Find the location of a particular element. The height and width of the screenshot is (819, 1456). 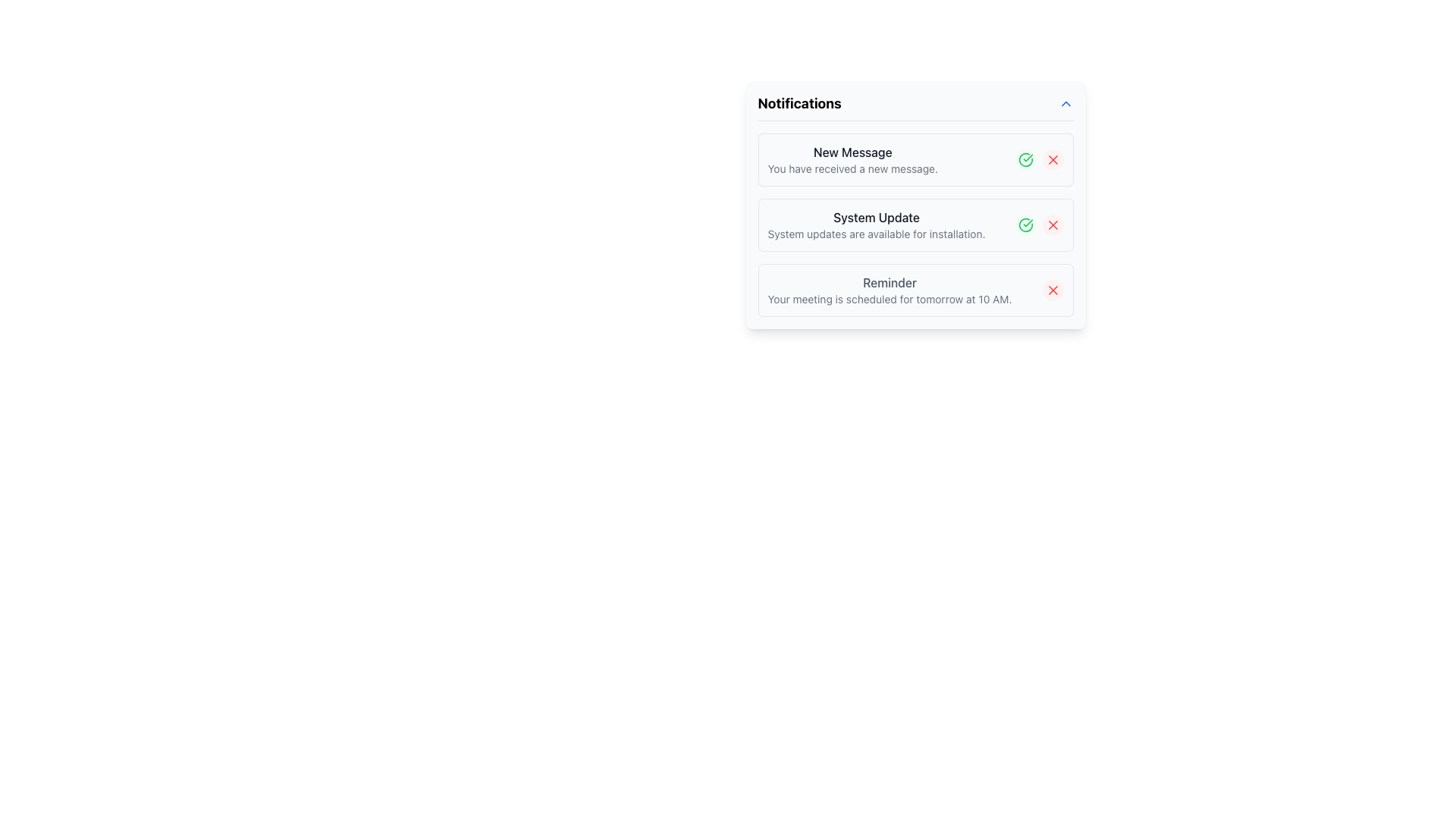

the dismiss button for the 'System Update' notification is located at coordinates (1052, 225).